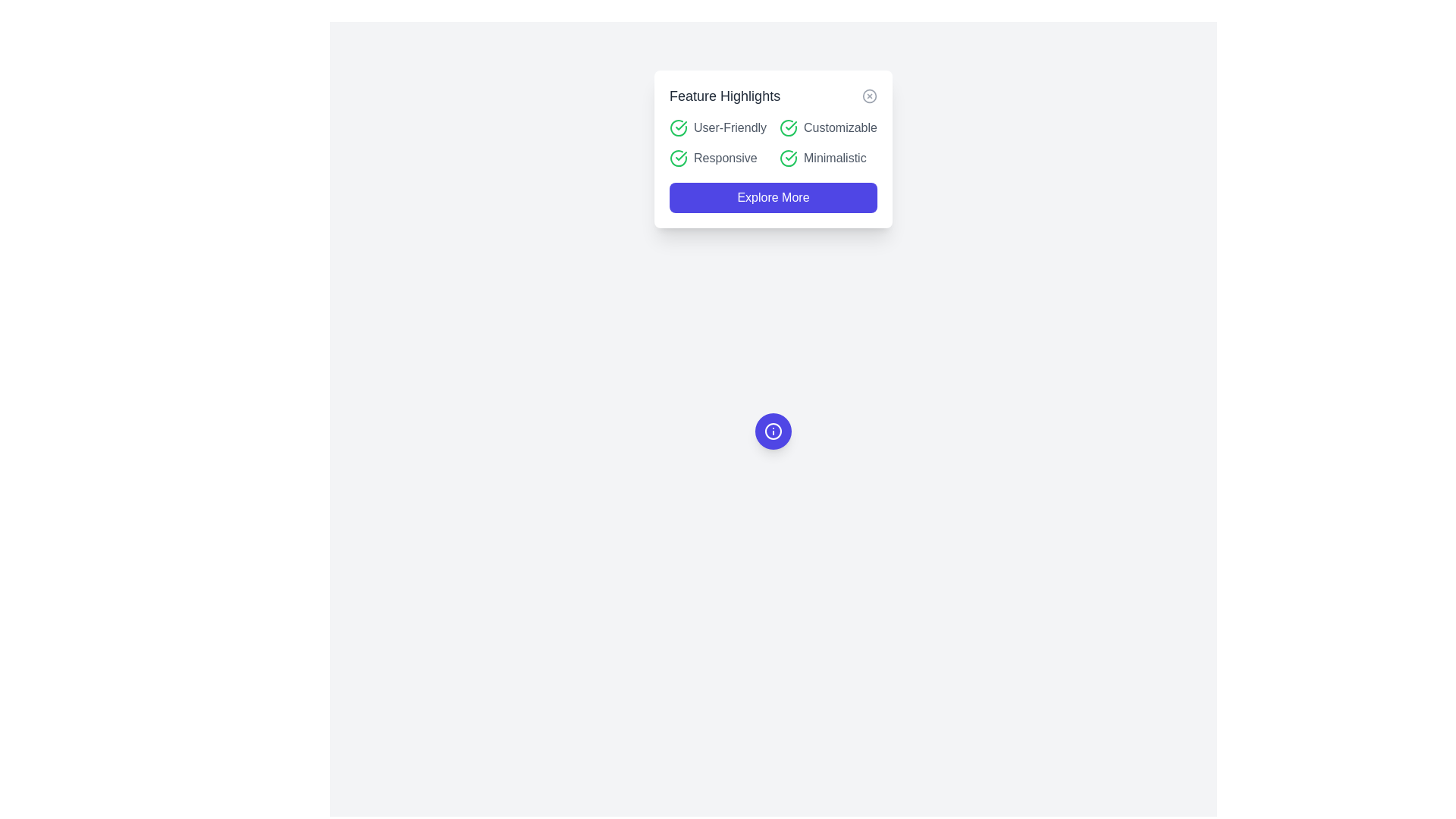  I want to click on the 'Customizable' label with icon, which indicates that the associated feature is active and is the second item in the list under 'Feature Highlights', so click(827, 127).